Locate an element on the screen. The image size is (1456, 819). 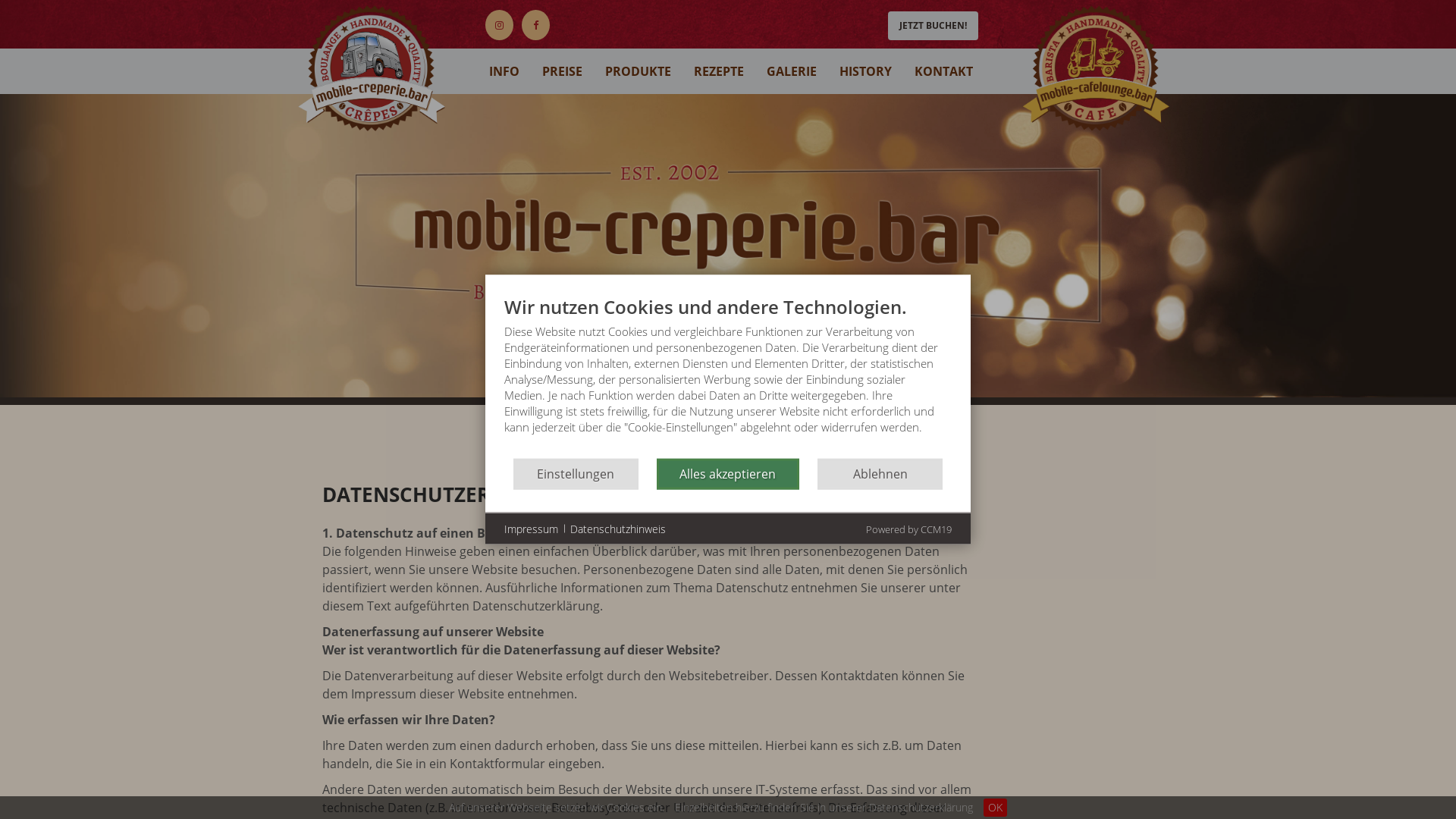
'OK' is located at coordinates (995, 806).